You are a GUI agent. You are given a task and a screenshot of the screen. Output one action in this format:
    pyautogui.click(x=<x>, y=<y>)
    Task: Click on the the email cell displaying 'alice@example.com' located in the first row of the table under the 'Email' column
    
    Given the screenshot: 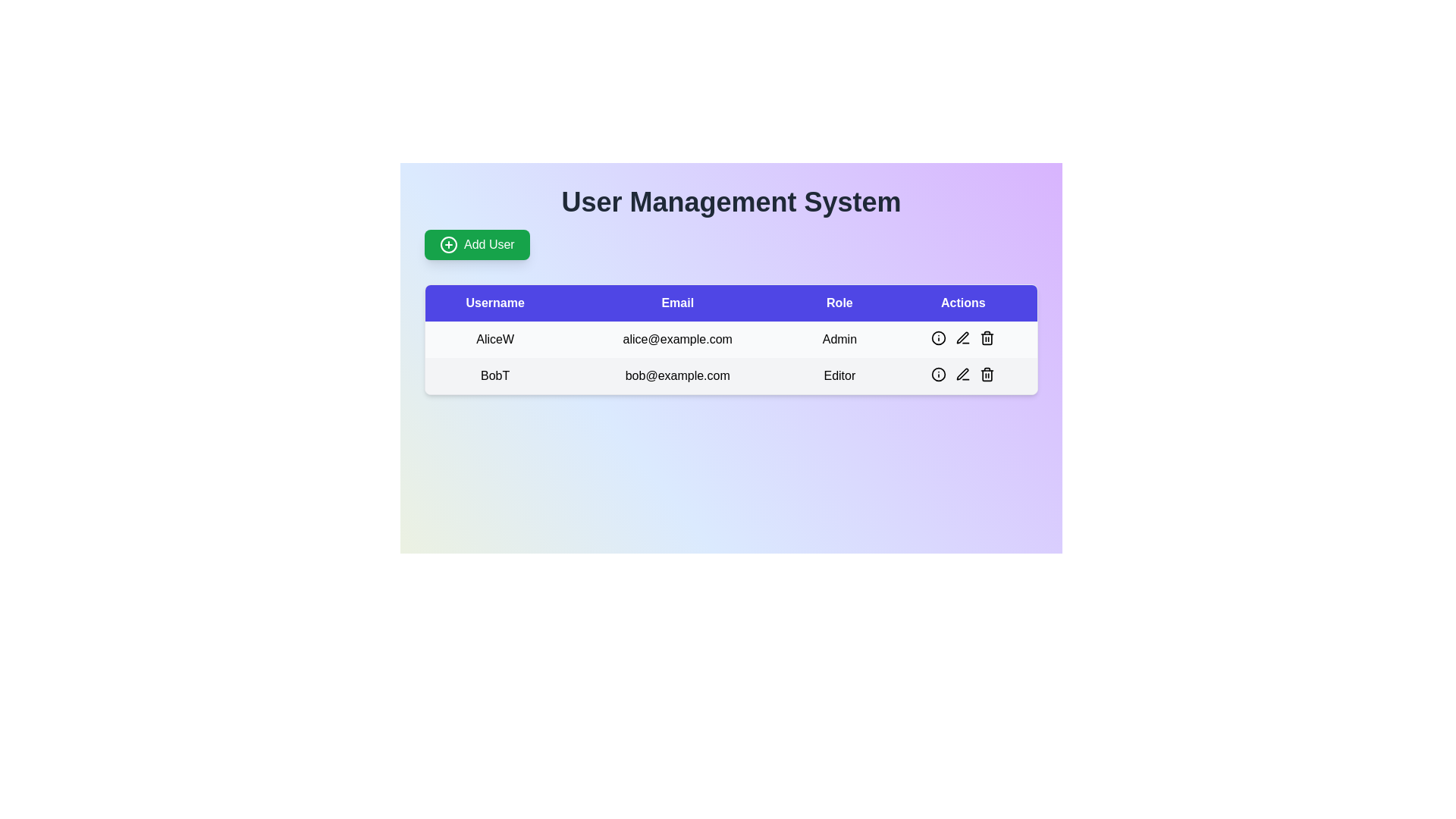 What is the action you would take?
    pyautogui.click(x=731, y=338)
    